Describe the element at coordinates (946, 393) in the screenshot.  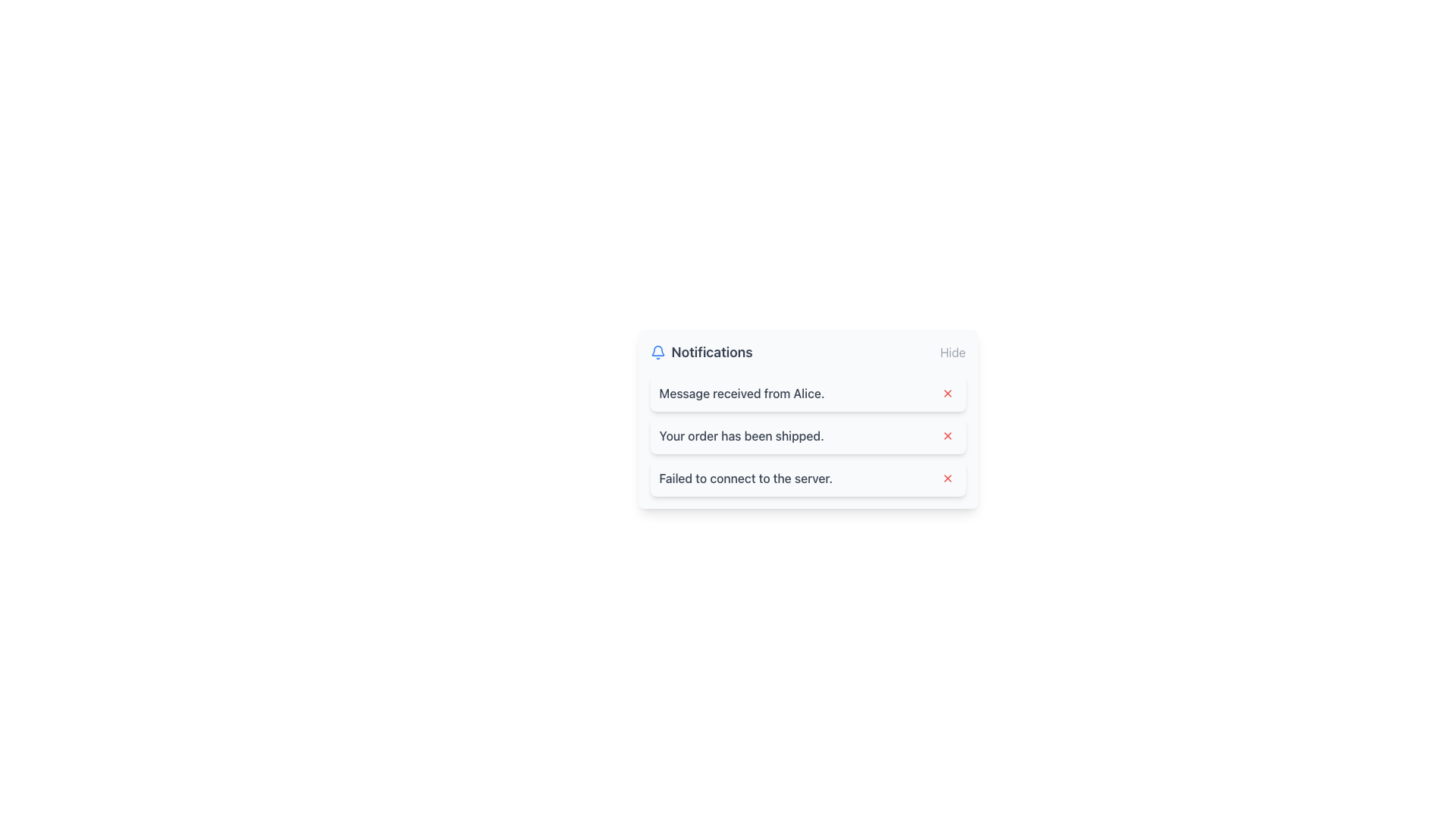
I see `the dismiss Icon button located on the right end of the first notification entry, aligned with the text 'Message received from Alice'` at that location.